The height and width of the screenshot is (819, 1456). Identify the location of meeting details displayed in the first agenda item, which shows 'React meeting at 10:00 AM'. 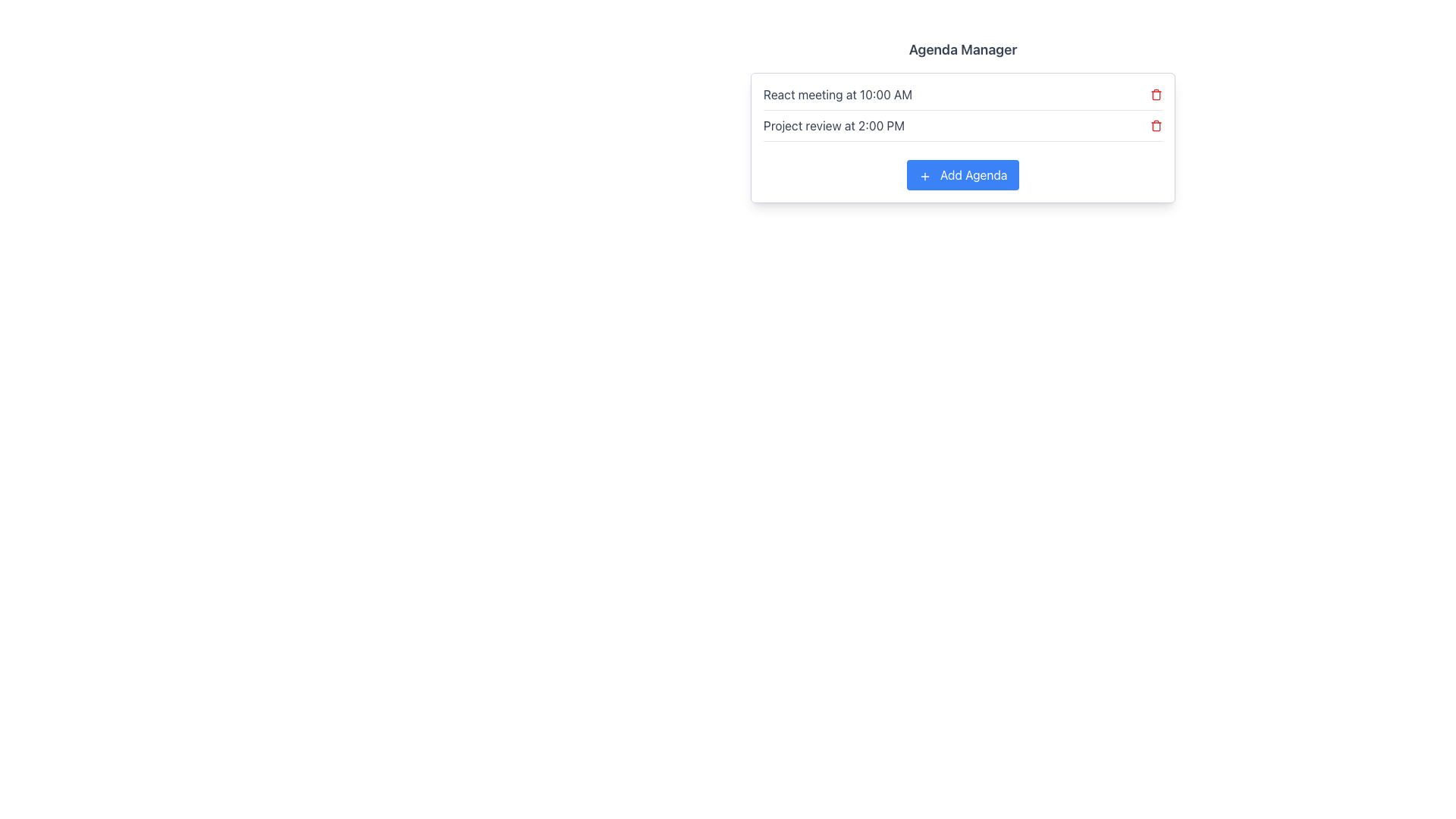
(962, 98).